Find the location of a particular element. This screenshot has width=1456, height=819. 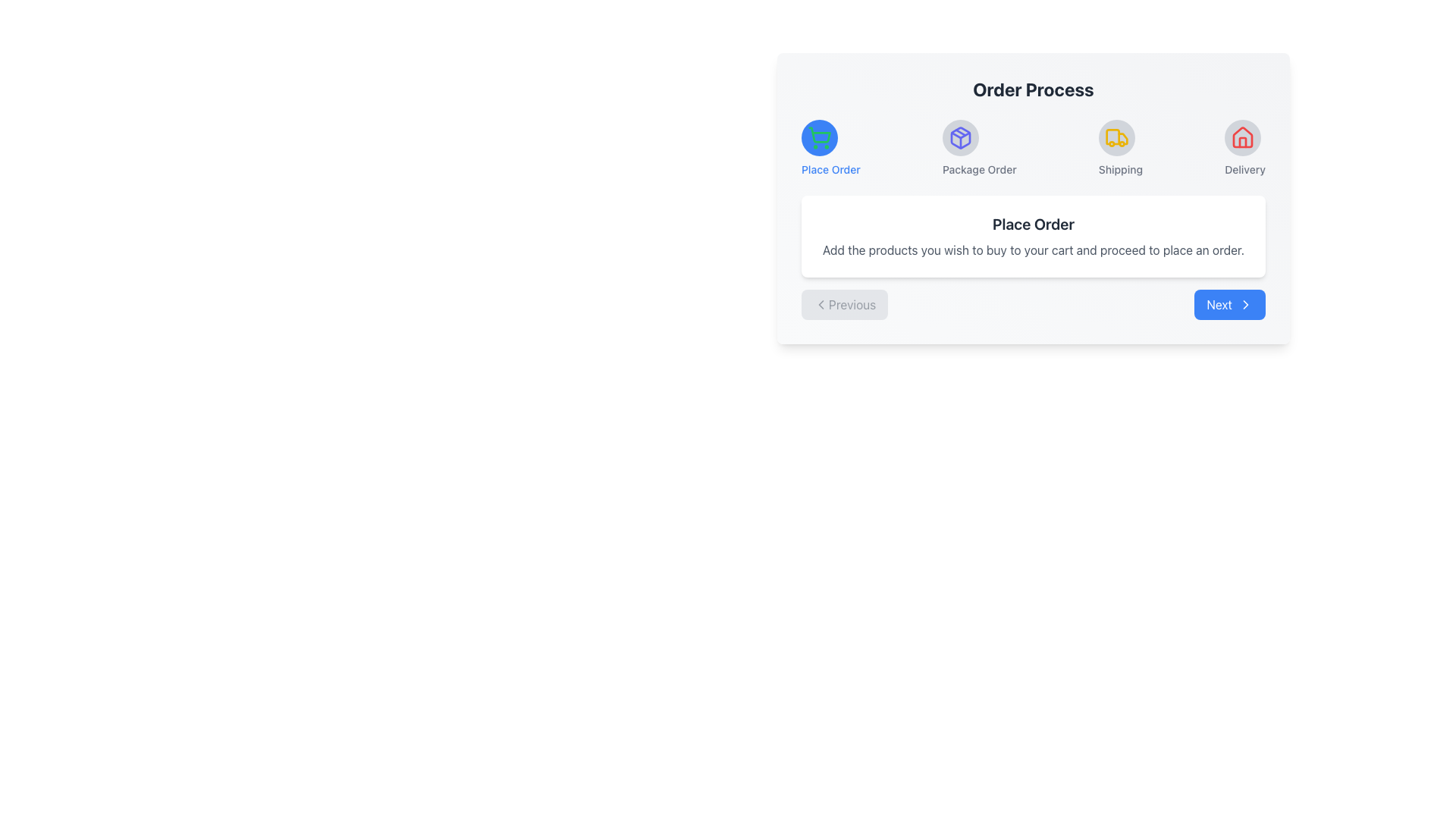

the circular icon indicating the 'Shipping' stage of the order process is located at coordinates (1116, 137).